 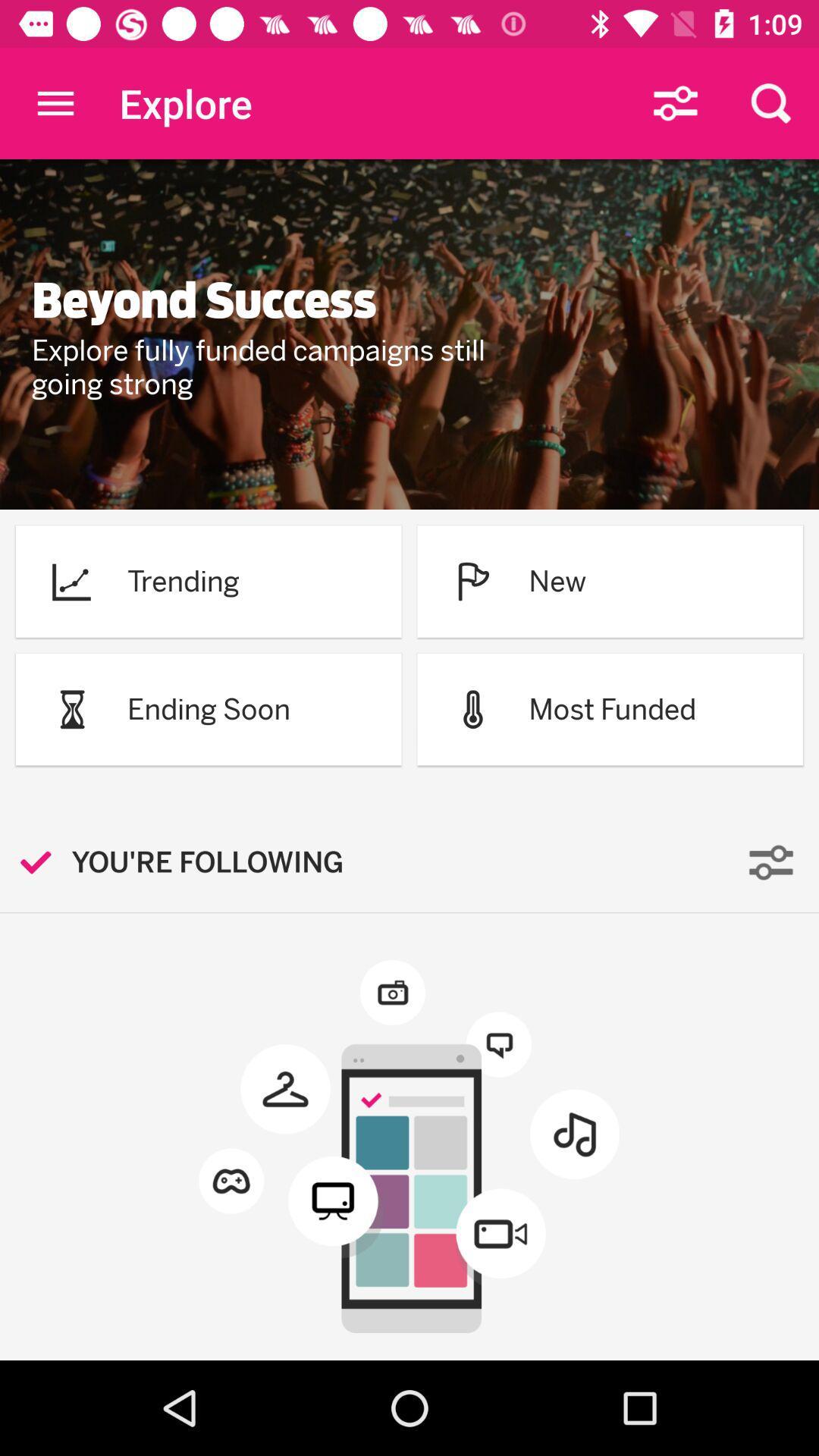 I want to click on icon to the left of the new, so click(x=472, y=580).